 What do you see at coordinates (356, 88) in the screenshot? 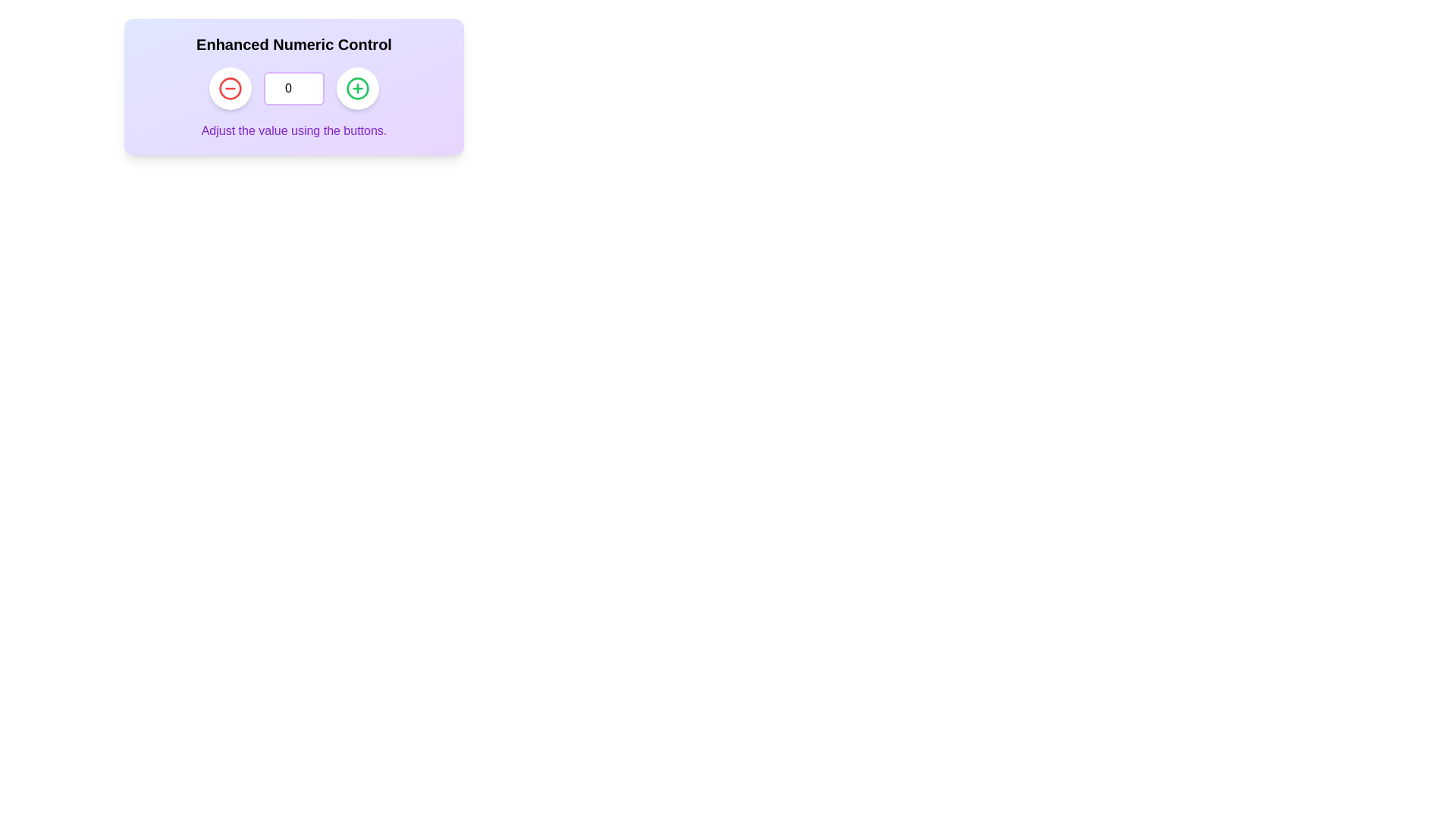
I see `the circular green increment button with a plus symbol located on the far-right side of the numeric control interface to increment the value` at bounding box center [356, 88].